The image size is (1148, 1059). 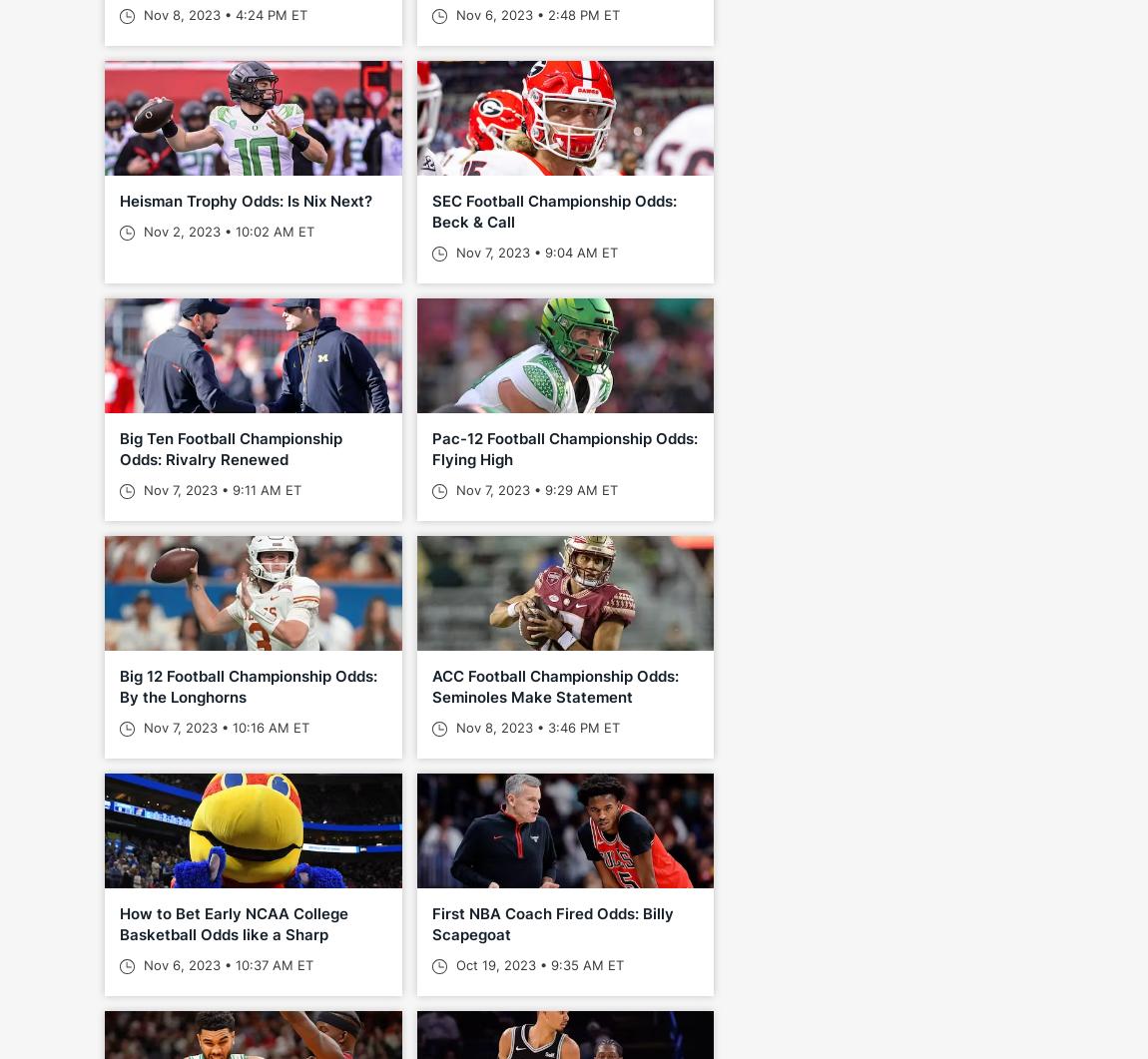 What do you see at coordinates (230, 448) in the screenshot?
I see `'Big Ten Football Championship Odds: Rivalry Renewed'` at bounding box center [230, 448].